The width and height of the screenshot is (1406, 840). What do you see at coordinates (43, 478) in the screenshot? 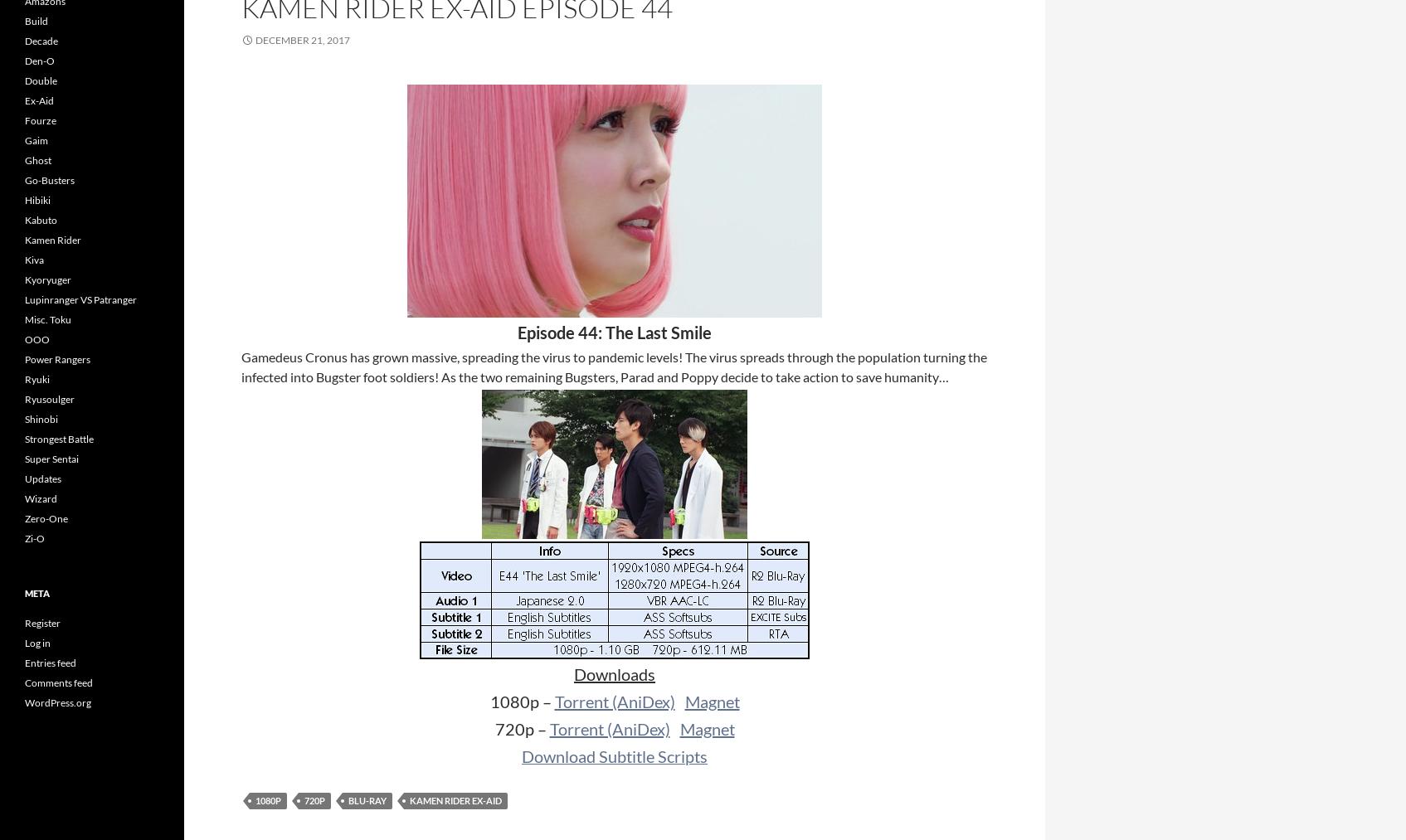
I see `'Updates'` at bounding box center [43, 478].